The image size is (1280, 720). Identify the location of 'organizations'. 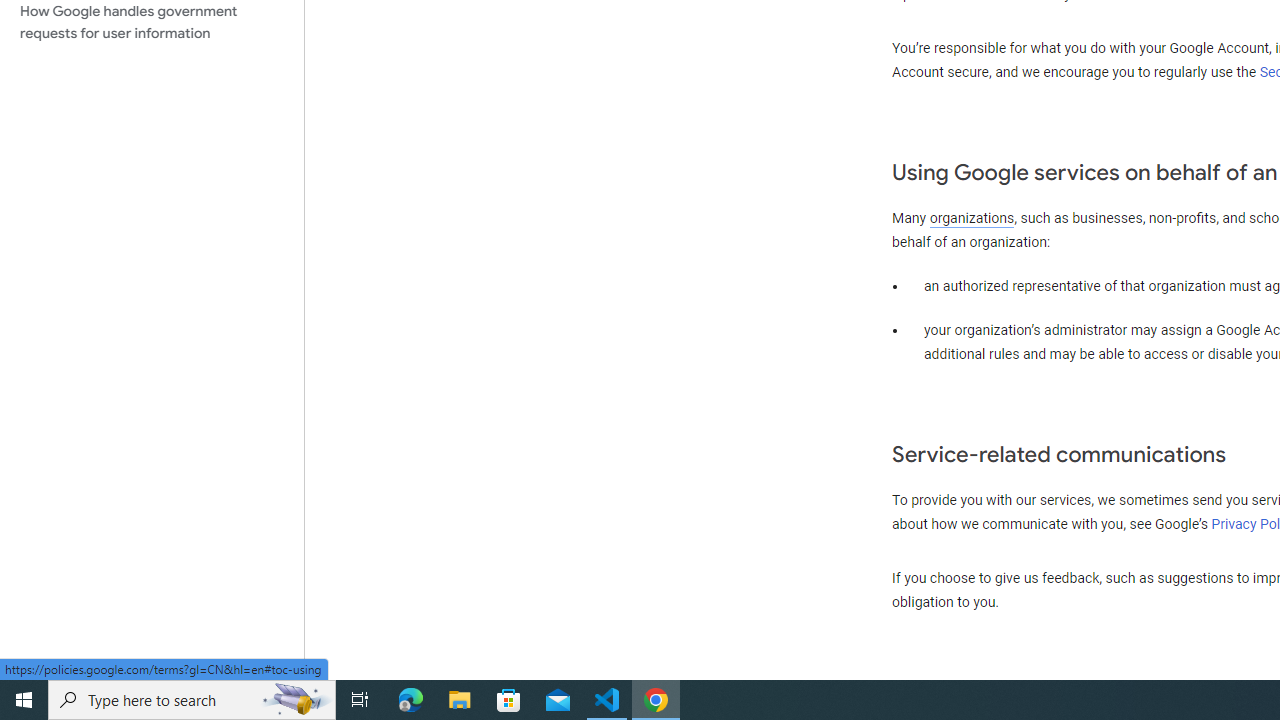
(972, 218).